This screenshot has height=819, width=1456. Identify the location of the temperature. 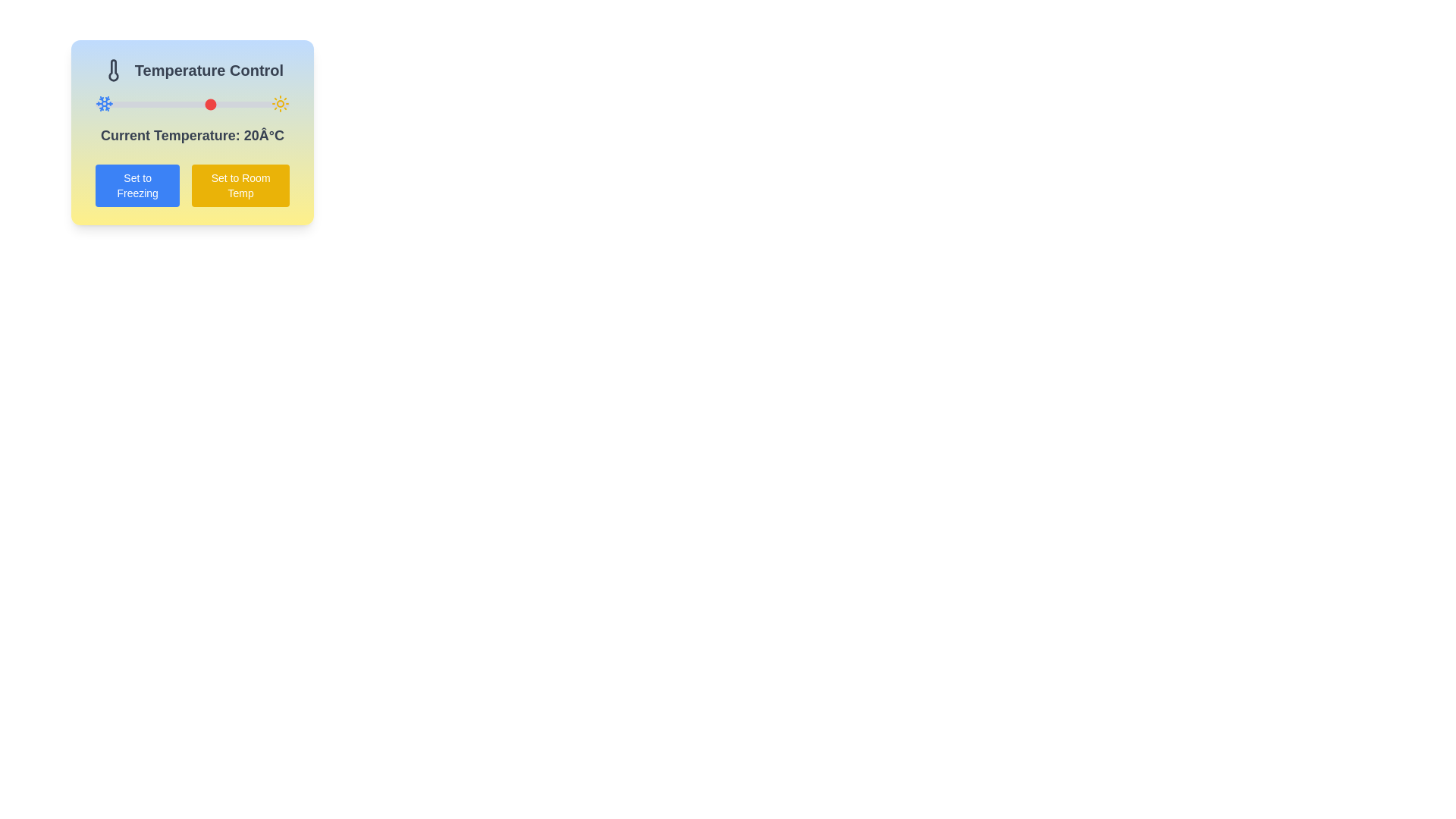
(106, 104).